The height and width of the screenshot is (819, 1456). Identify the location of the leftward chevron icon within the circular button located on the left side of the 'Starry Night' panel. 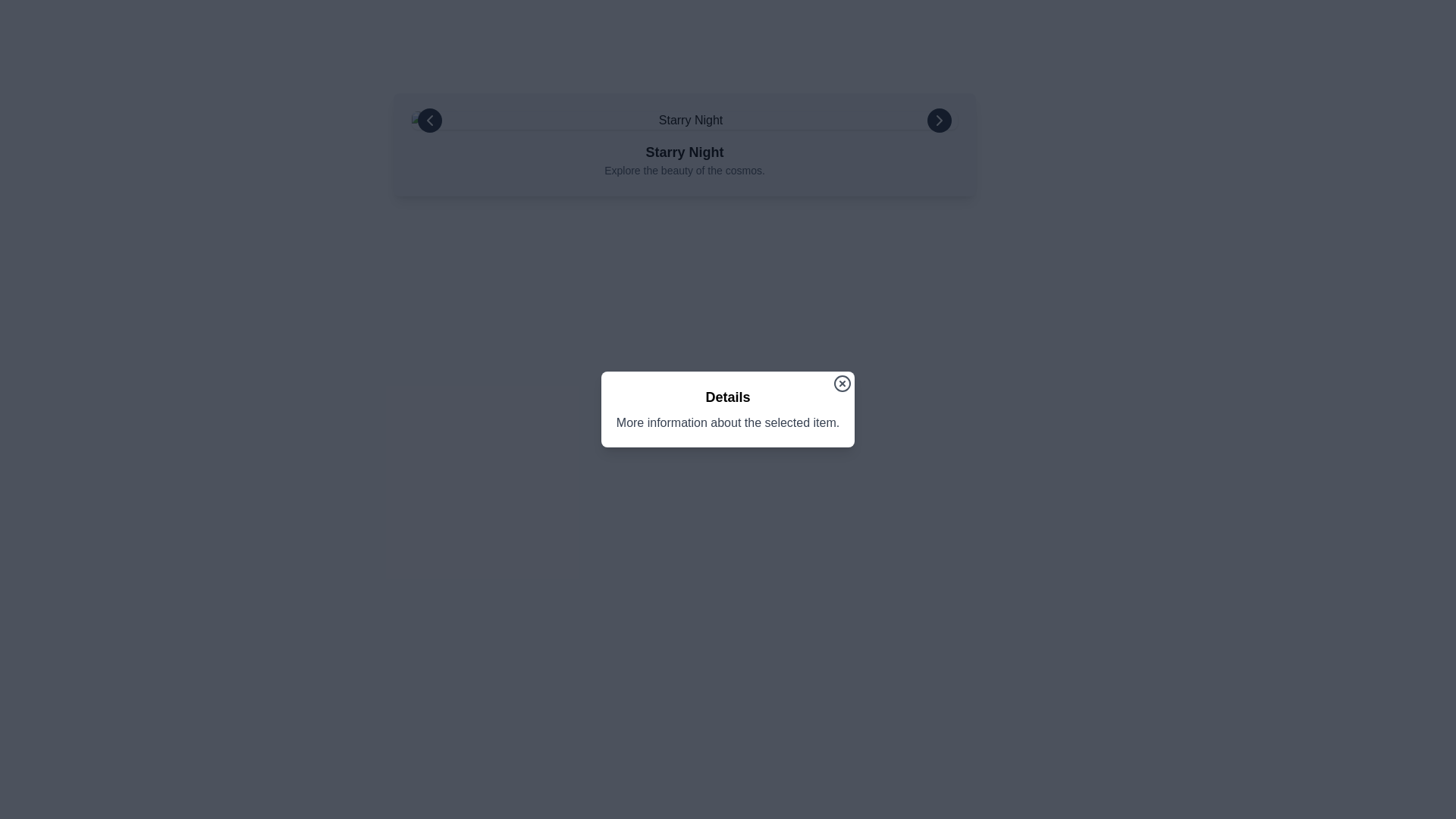
(428, 119).